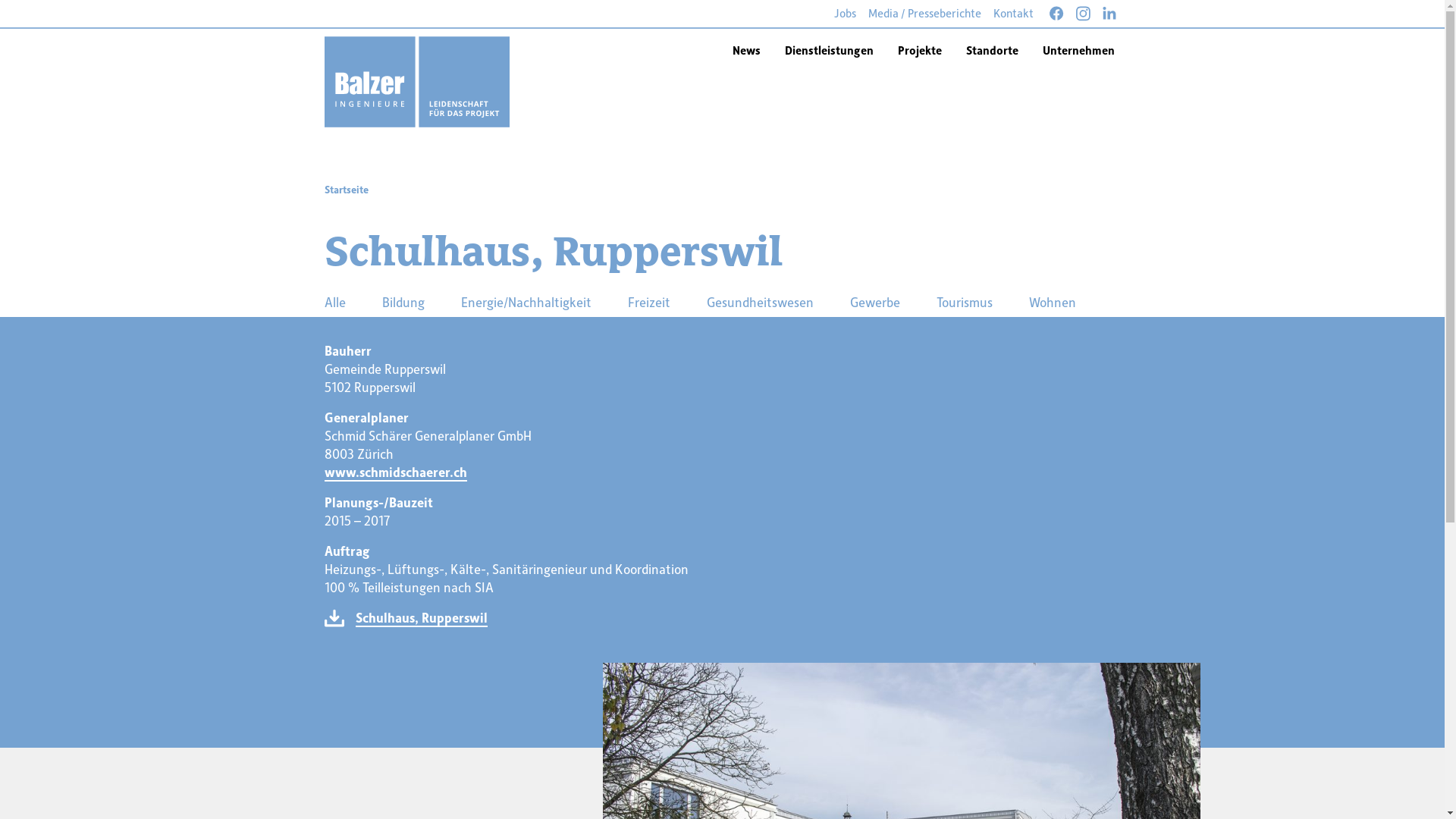 Image resolution: width=1456 pixels, height=819 pixels. I want to click on 'Energie/Nachhaltigkeit', so click(526, 301).